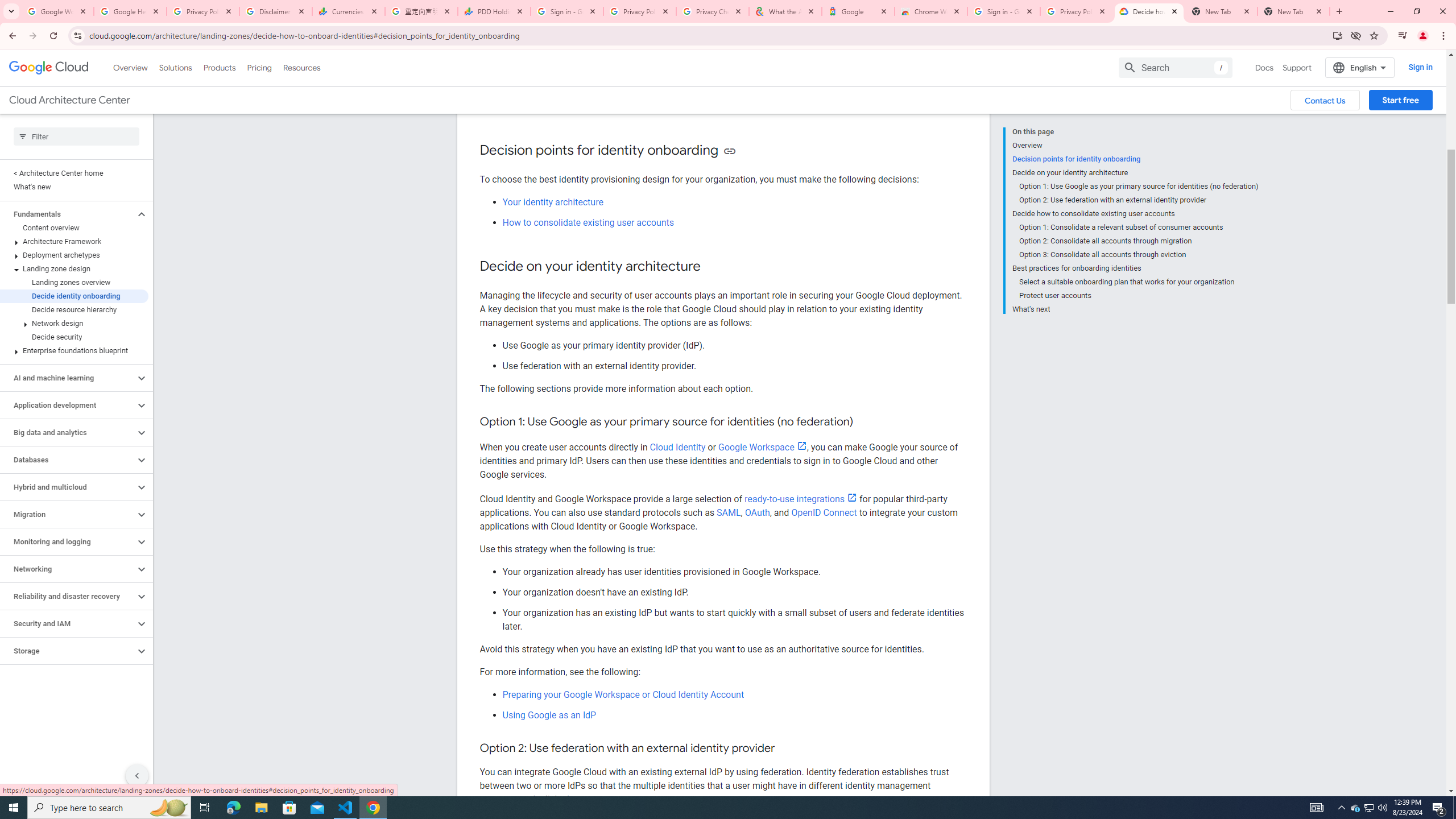 Image resolution: width=1456 pixels, height=819 pixels. I want to click on 'What', so click(1134, 307).